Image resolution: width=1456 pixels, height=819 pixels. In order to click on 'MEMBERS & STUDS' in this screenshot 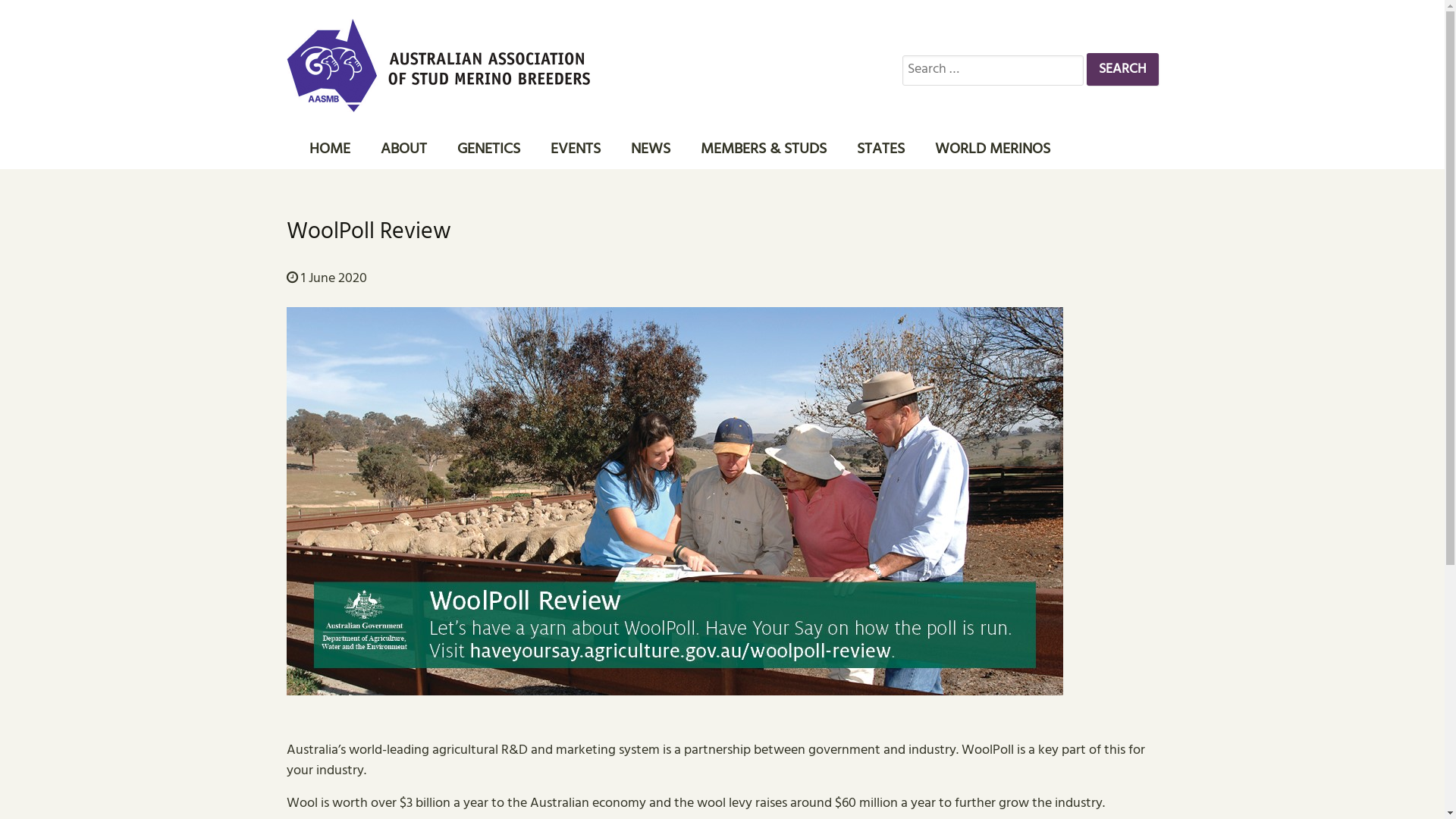, I will do `click(764, 149)`.